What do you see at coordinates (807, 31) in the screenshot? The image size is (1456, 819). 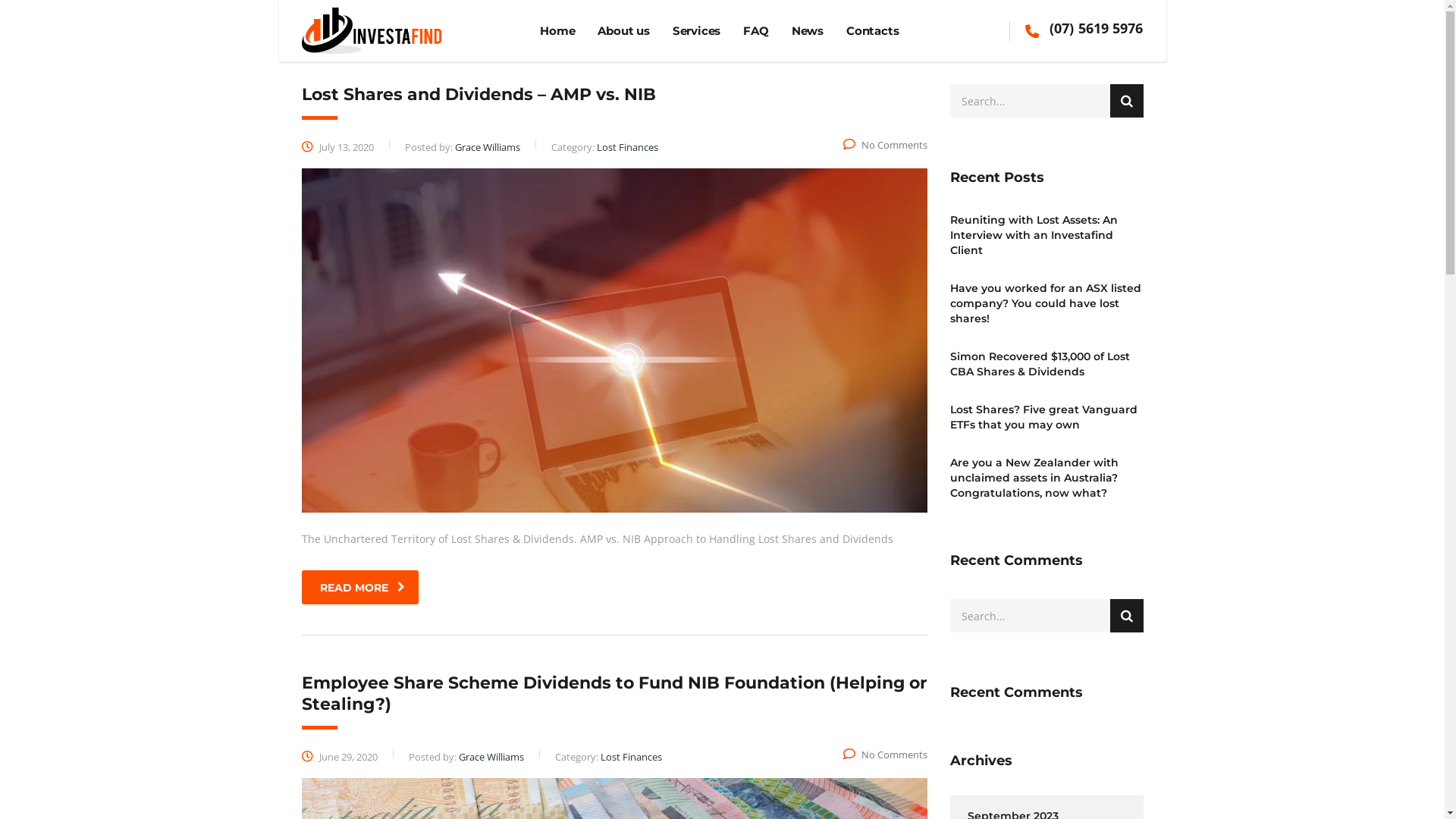 I see `'News'` at bounding box center [807, 31].